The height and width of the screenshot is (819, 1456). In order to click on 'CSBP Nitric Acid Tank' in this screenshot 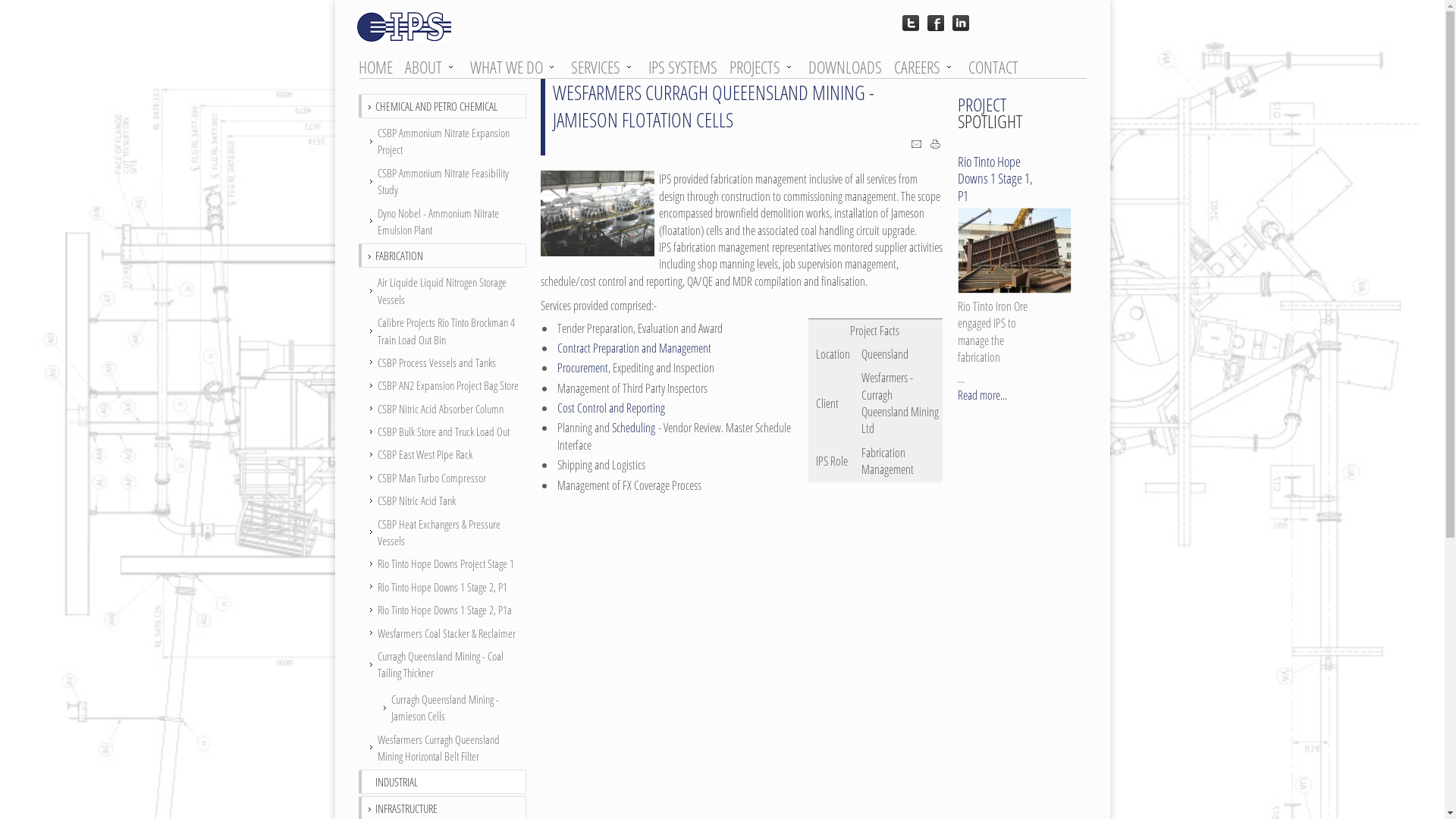, I will do `click(442, 500)`.